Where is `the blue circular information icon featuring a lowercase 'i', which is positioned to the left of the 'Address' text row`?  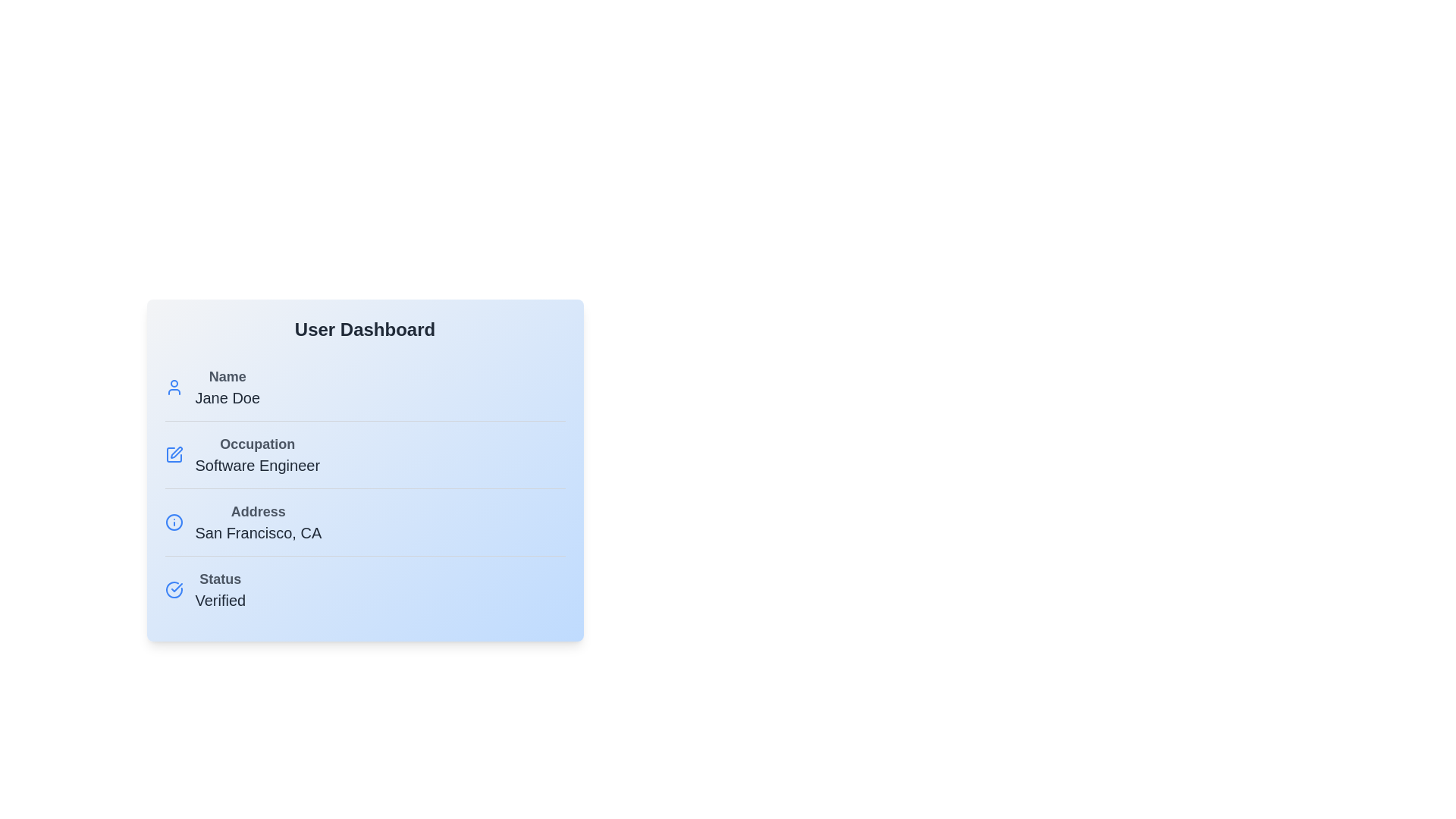
the blue circular information icon featuring a lowercase 'i', which is positioned to the left of the 'Address' text row is located at coordinates (174, 522).